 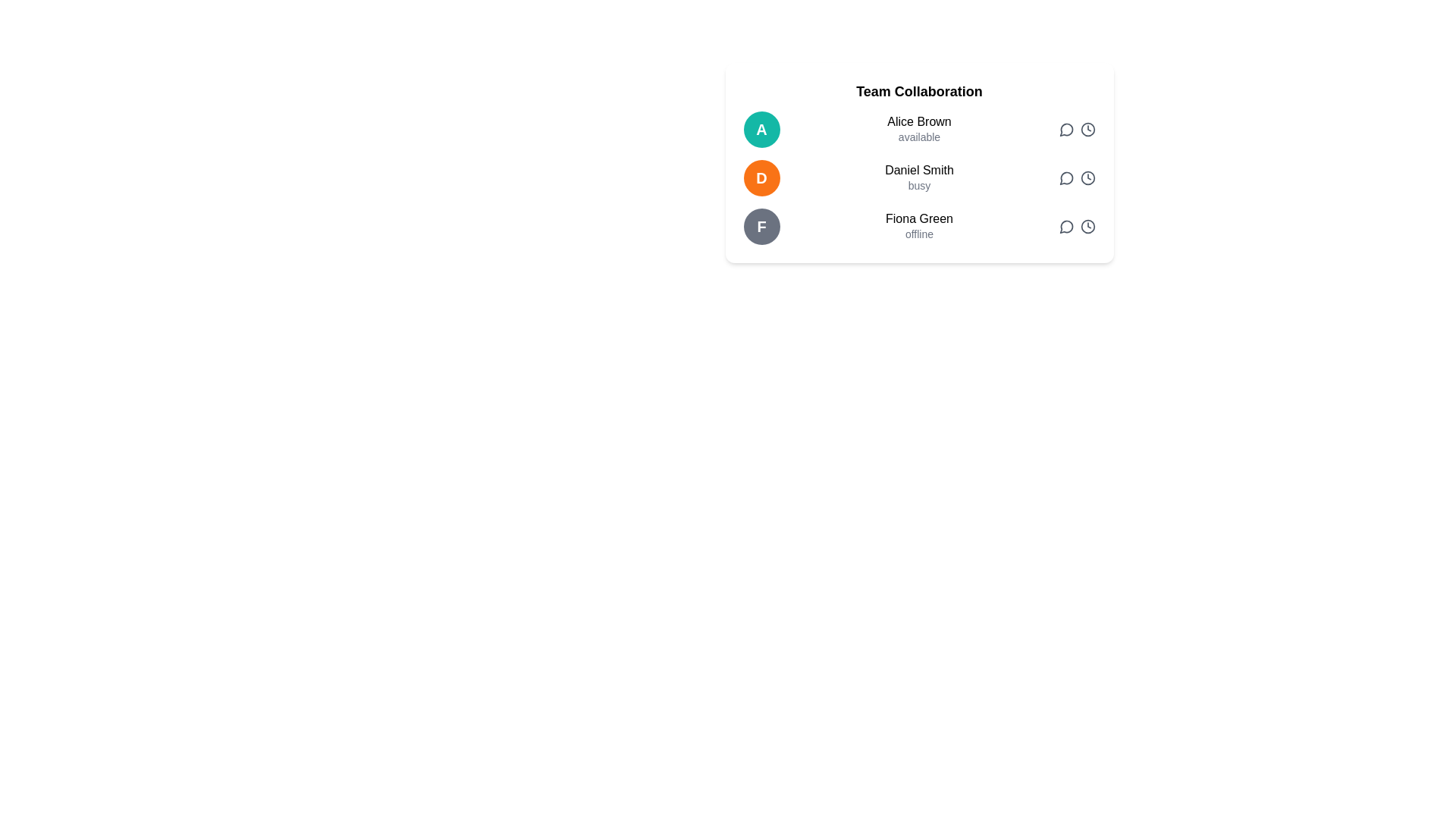 I want to click on the chat icon in the action buttons group located in the top-right corner of the section associated with the contact 'Alice Brown' to initiate a conversation, so click(x=1076, y=128).